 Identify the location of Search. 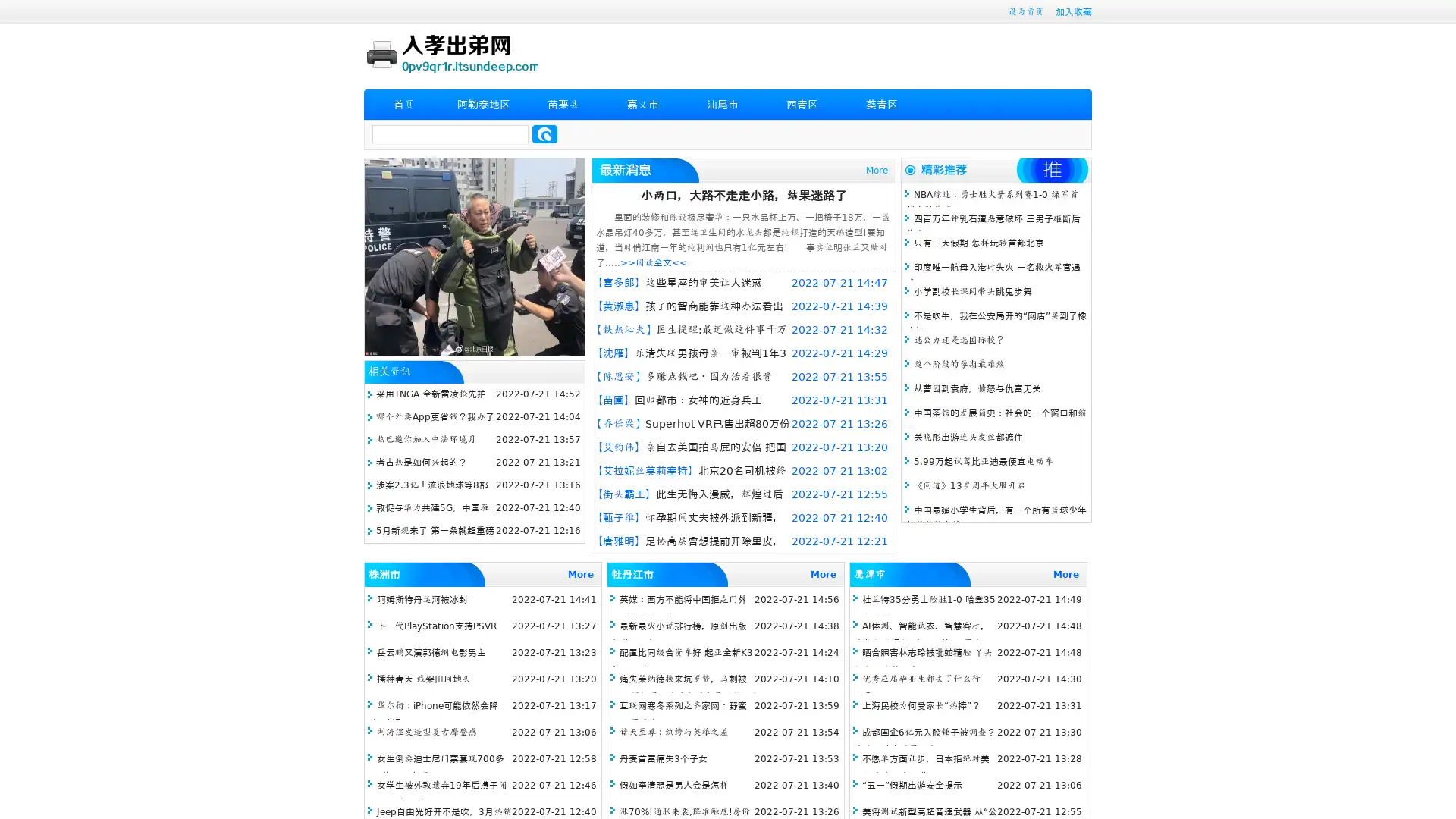
(544, 133).